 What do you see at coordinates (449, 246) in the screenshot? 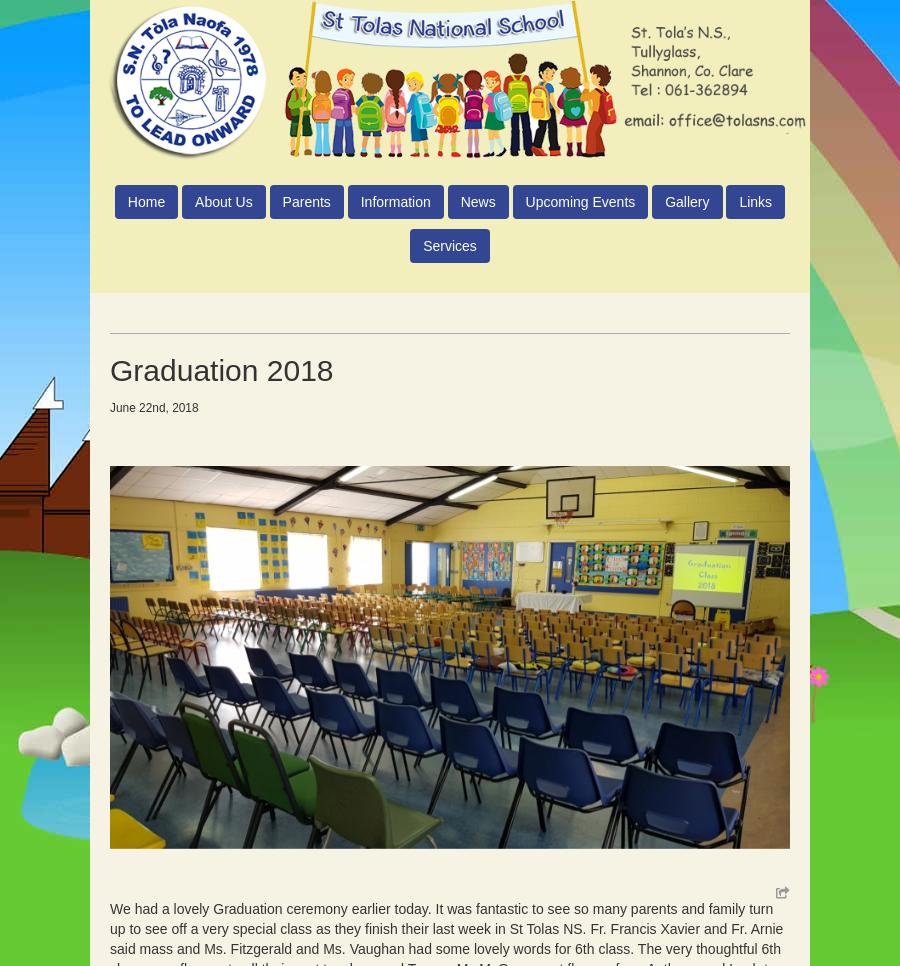
I see `'Services'` at bounding box center [449, 246].